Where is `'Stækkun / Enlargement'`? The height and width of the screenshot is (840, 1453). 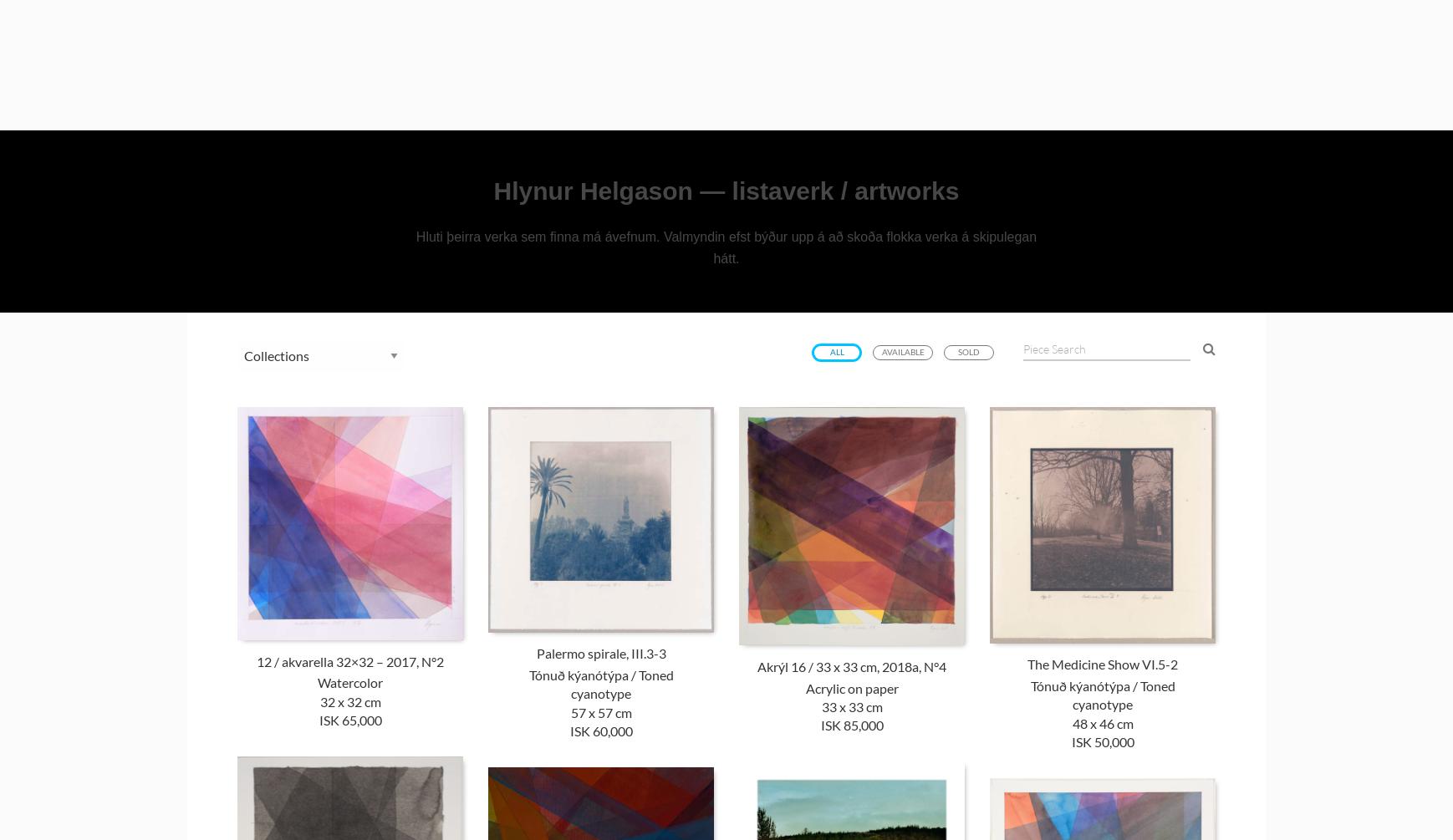 'Stækkun / Enlargement' is located at coordinates (893, 284).